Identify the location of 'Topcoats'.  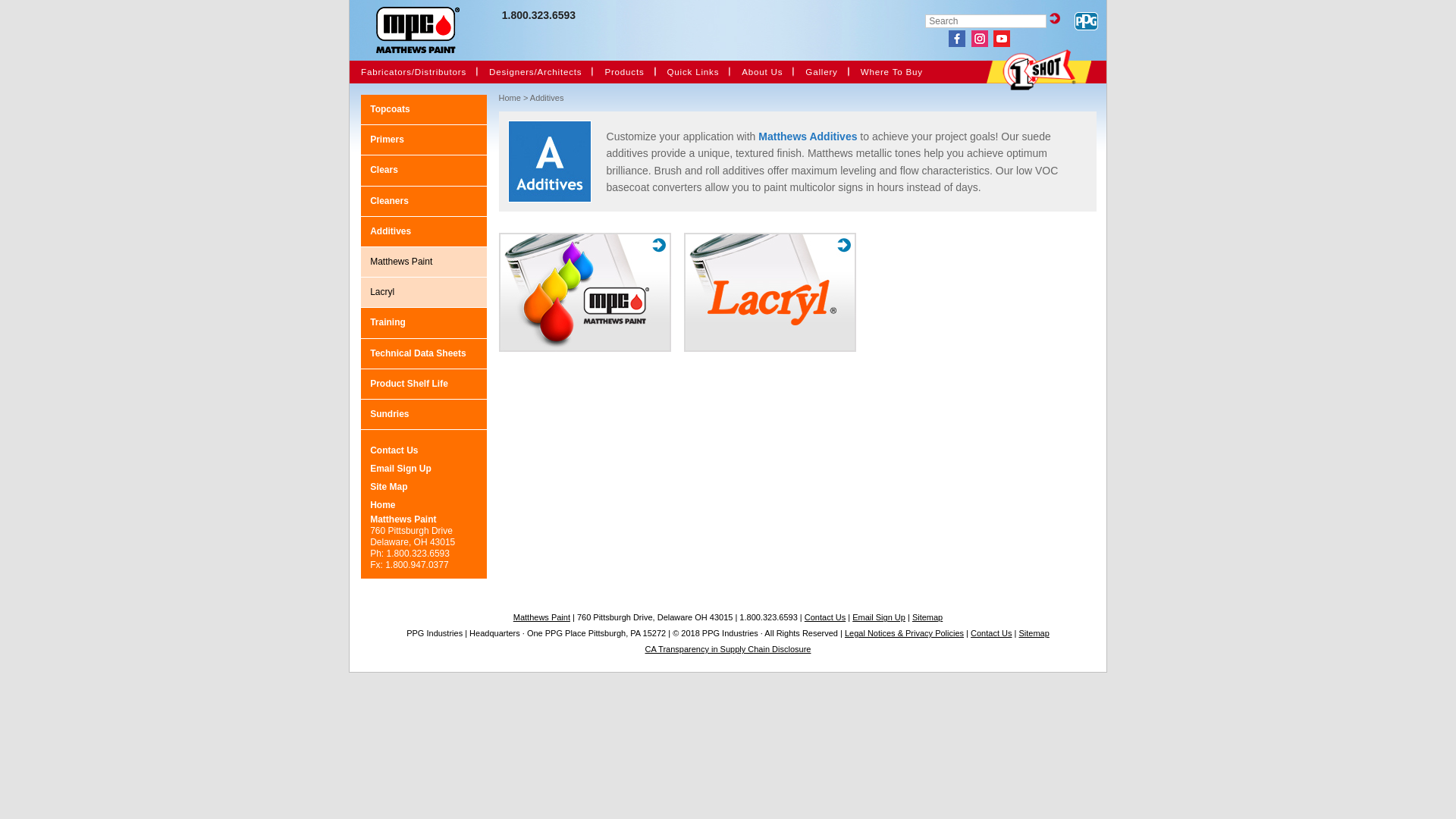
(389, 108).